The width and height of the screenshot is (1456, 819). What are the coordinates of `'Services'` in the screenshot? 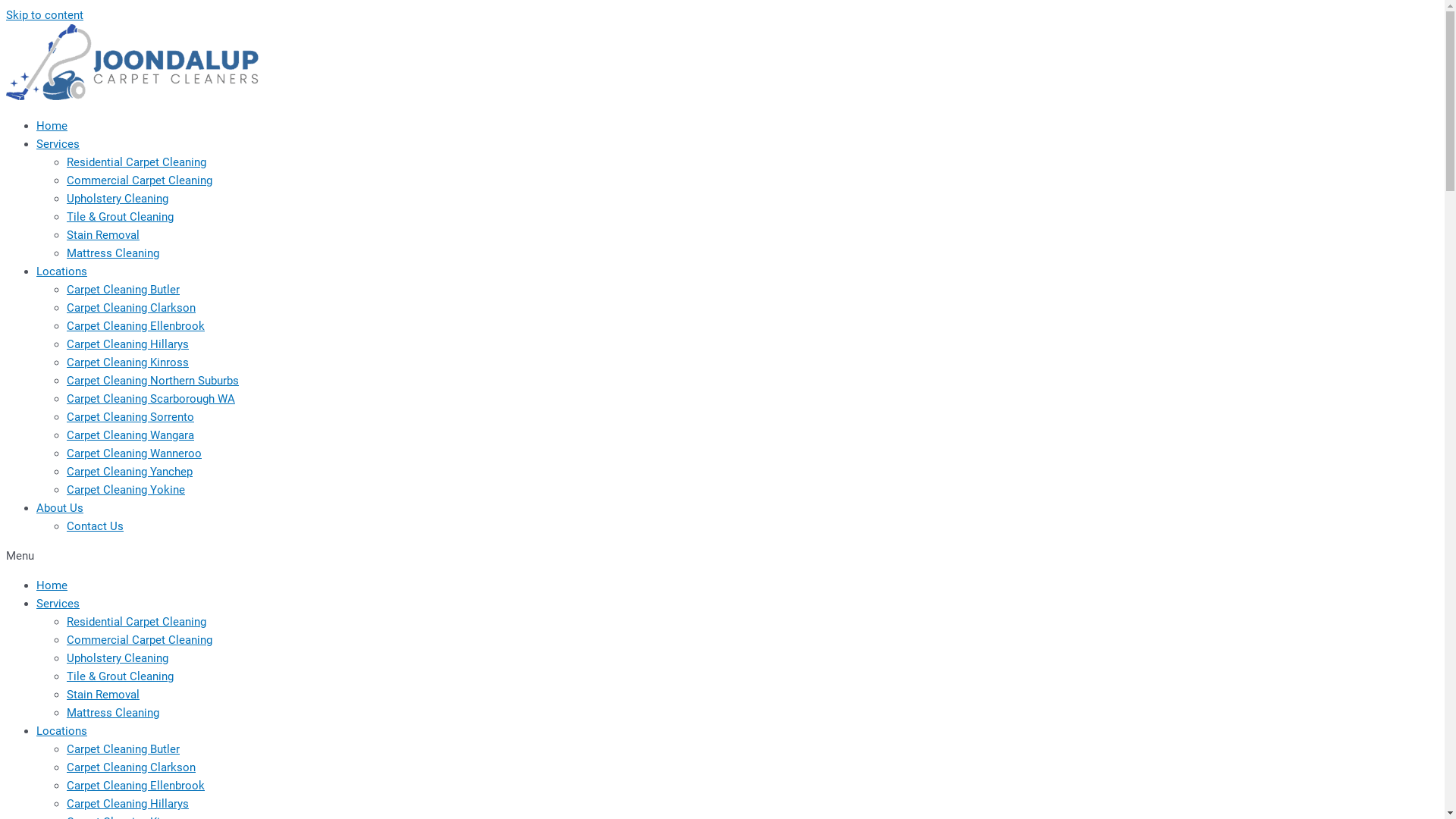 It's located at (58, 143).